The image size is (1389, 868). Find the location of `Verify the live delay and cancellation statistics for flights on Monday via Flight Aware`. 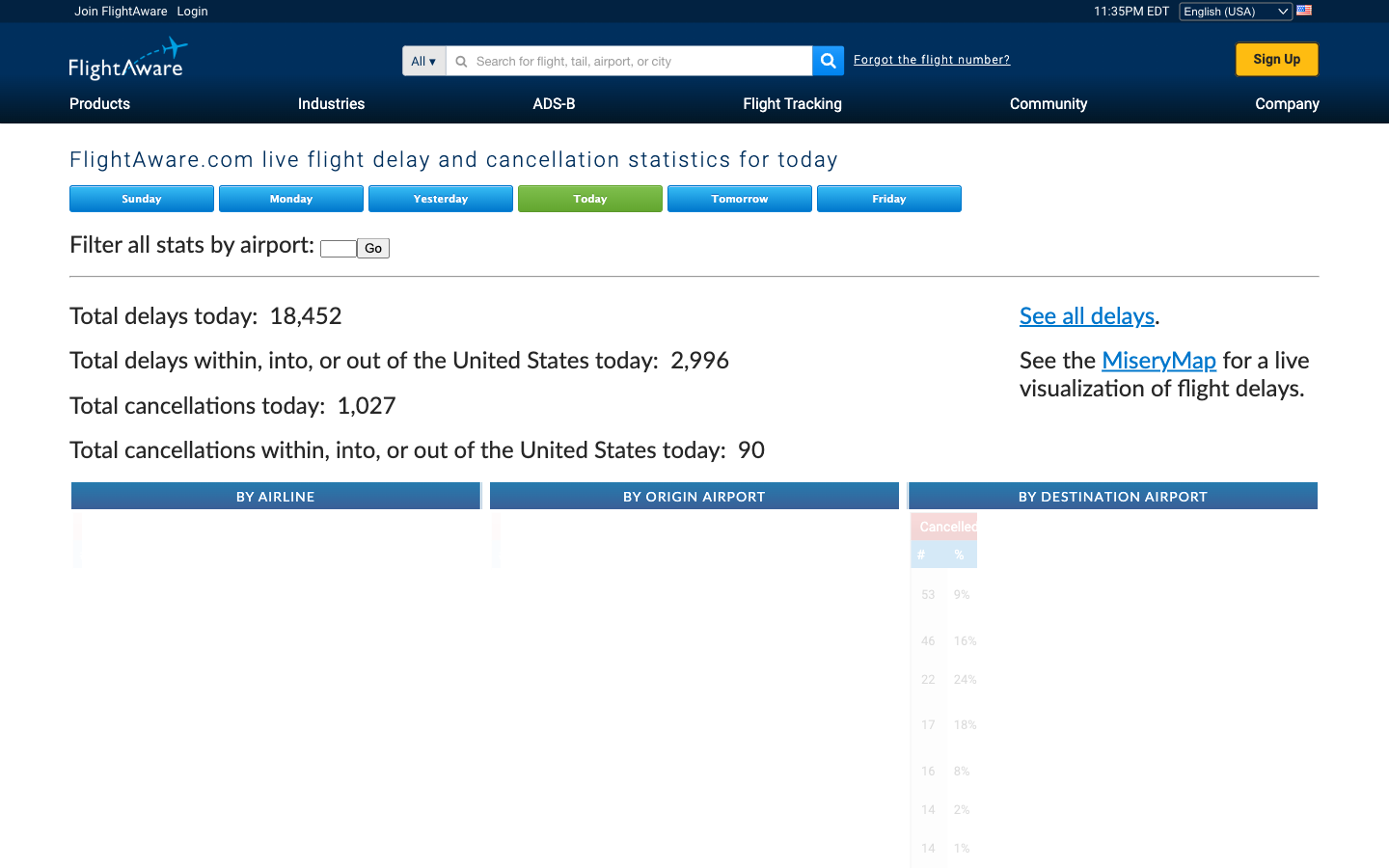

Verify the live delay and cancellation statistics for flights on Monday via Flight Aware is located at coordinates (293, 199).